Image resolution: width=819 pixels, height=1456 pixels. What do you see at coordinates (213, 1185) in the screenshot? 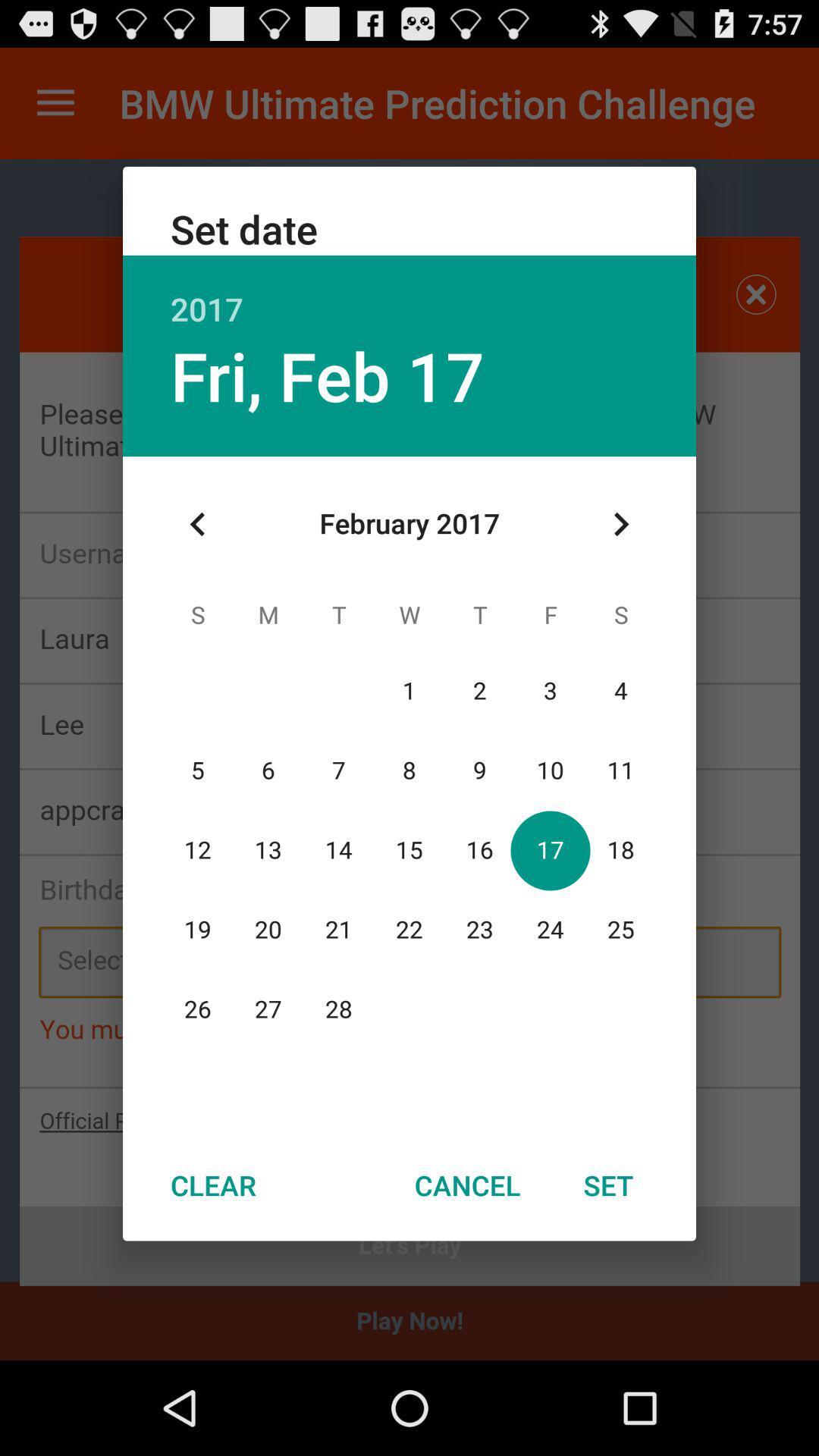
I see `the clear icon` at bounding box center [213, 1185].